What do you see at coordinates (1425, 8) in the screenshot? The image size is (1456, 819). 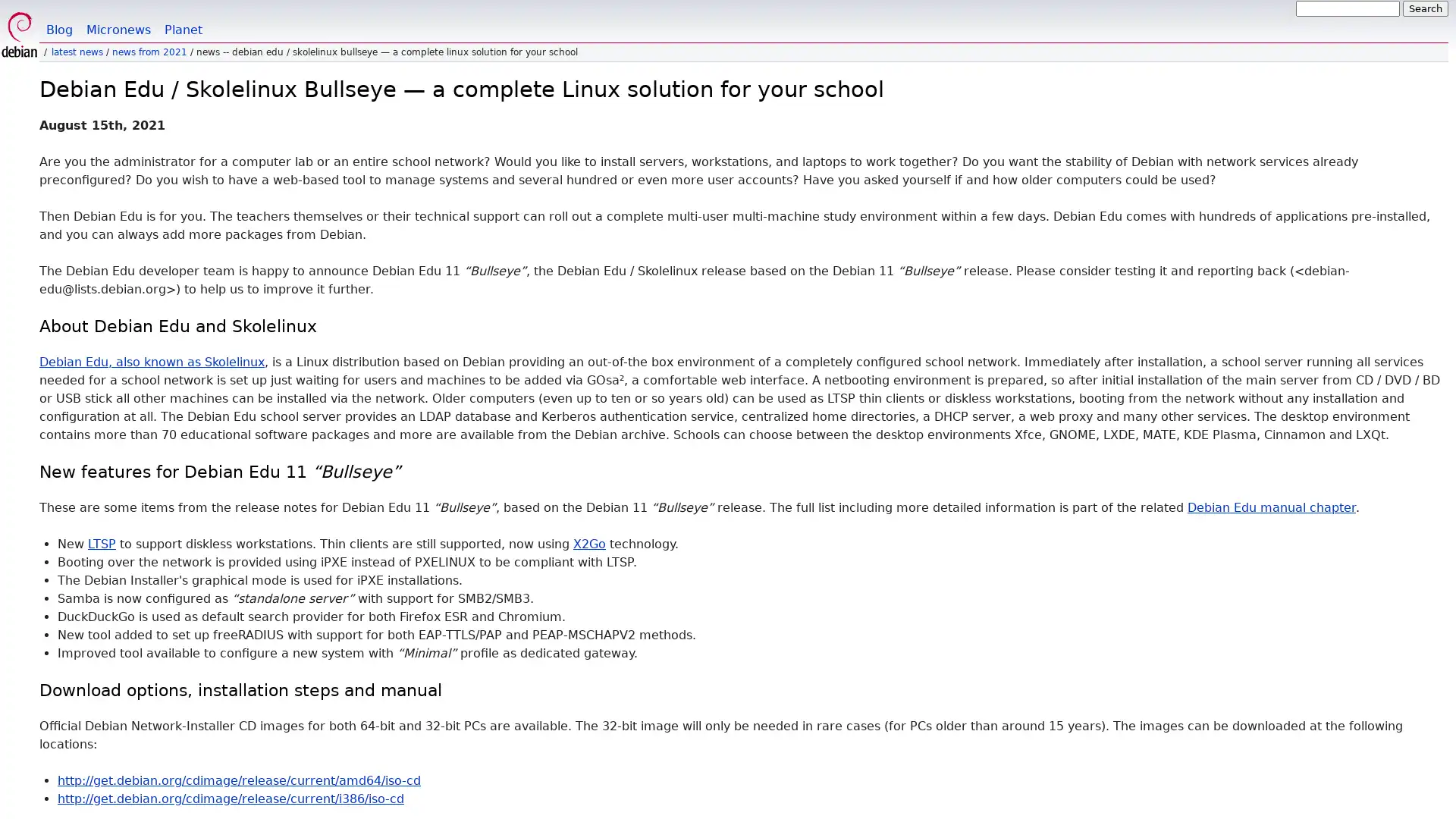 I see `Search` at bounding box center [1425, 8].